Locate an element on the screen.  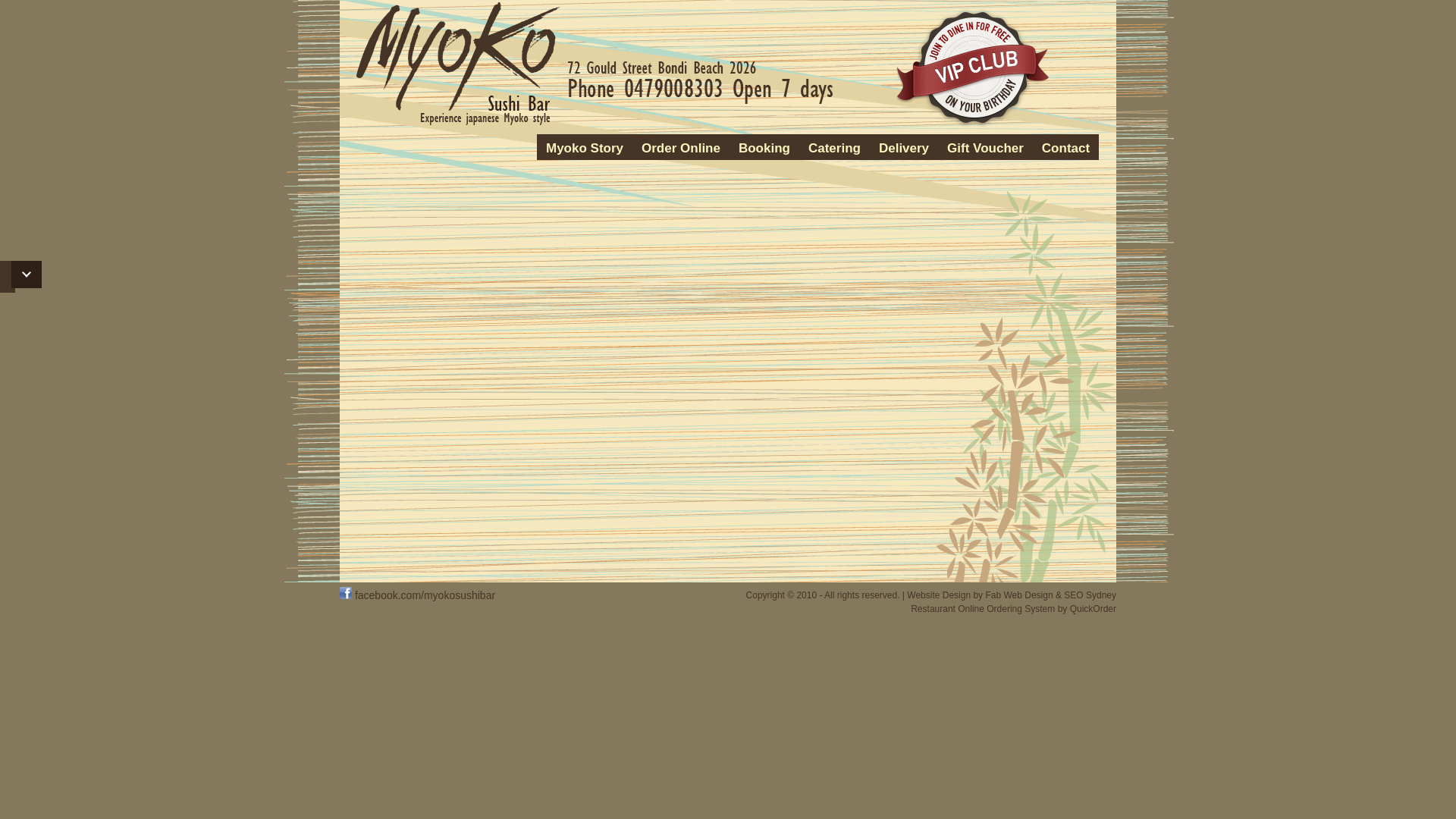
'Delivery' is located at coordinates (903, 149).